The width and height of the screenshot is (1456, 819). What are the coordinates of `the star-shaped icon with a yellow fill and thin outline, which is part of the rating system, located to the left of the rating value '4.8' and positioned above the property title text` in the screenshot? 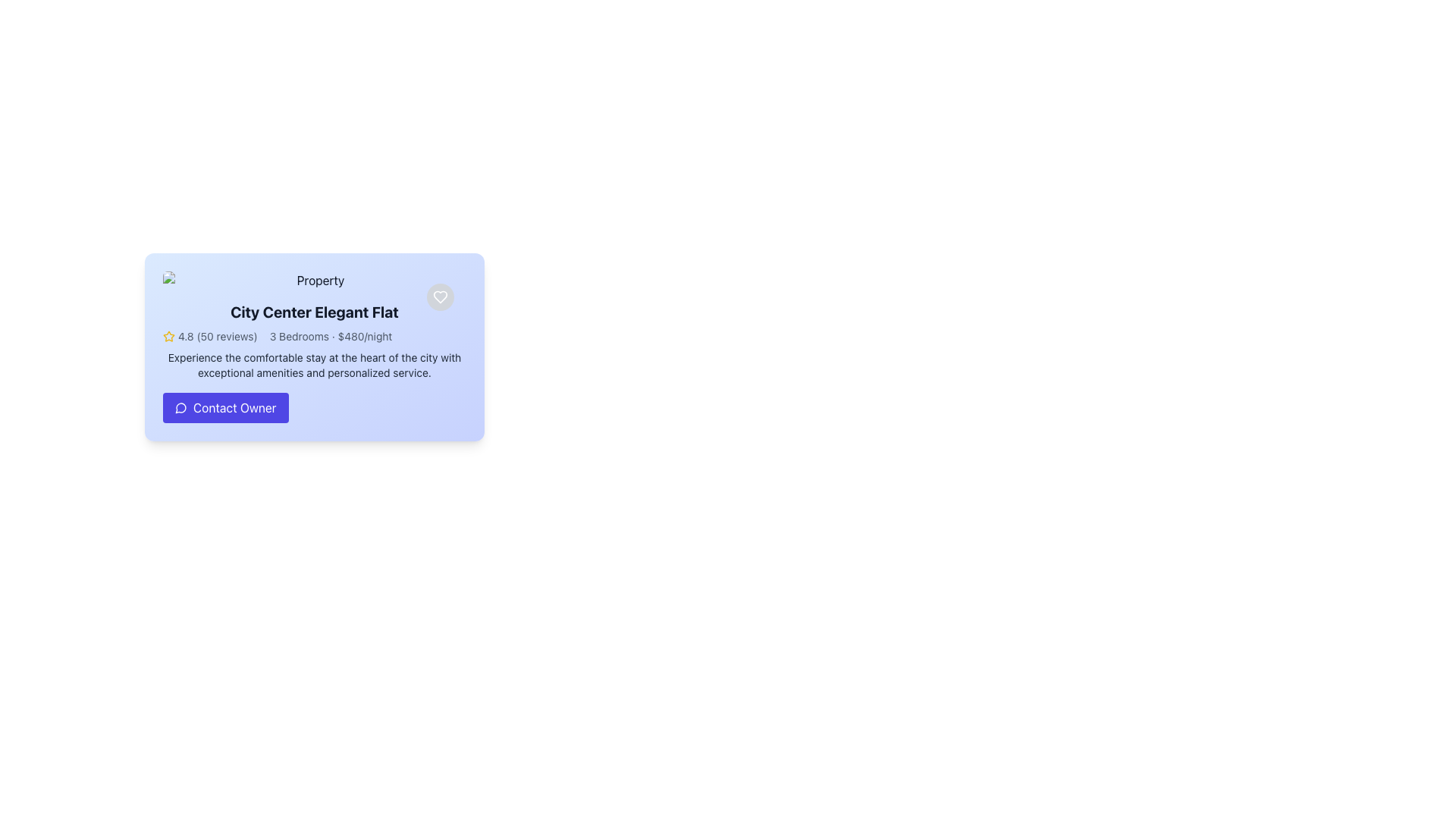 It's located at (168, 335).